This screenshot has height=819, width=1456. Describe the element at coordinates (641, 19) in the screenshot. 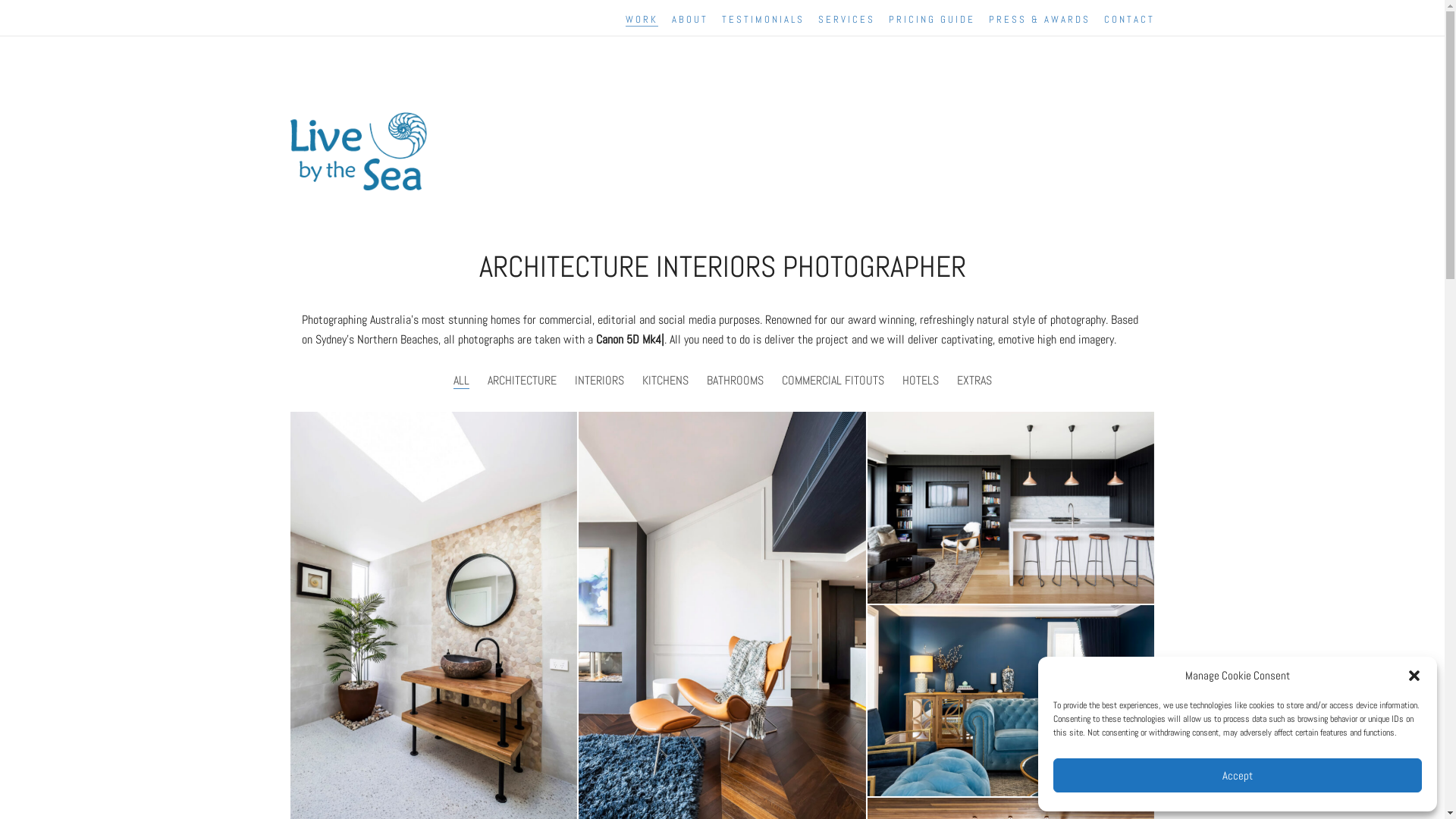

I see `'WORK'` at that location.